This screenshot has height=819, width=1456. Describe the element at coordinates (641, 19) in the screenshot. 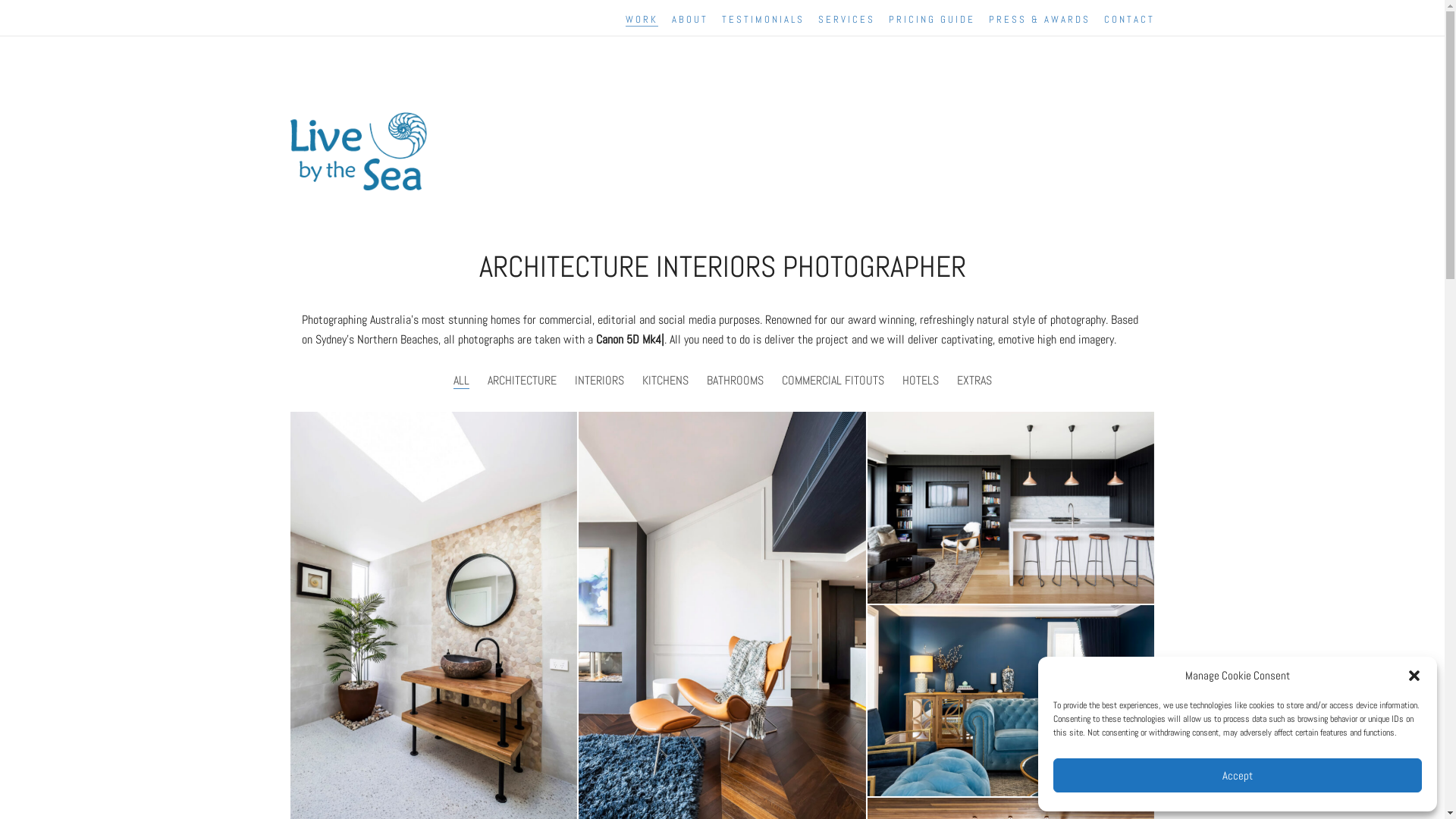

I see `'WORK'` at that location.